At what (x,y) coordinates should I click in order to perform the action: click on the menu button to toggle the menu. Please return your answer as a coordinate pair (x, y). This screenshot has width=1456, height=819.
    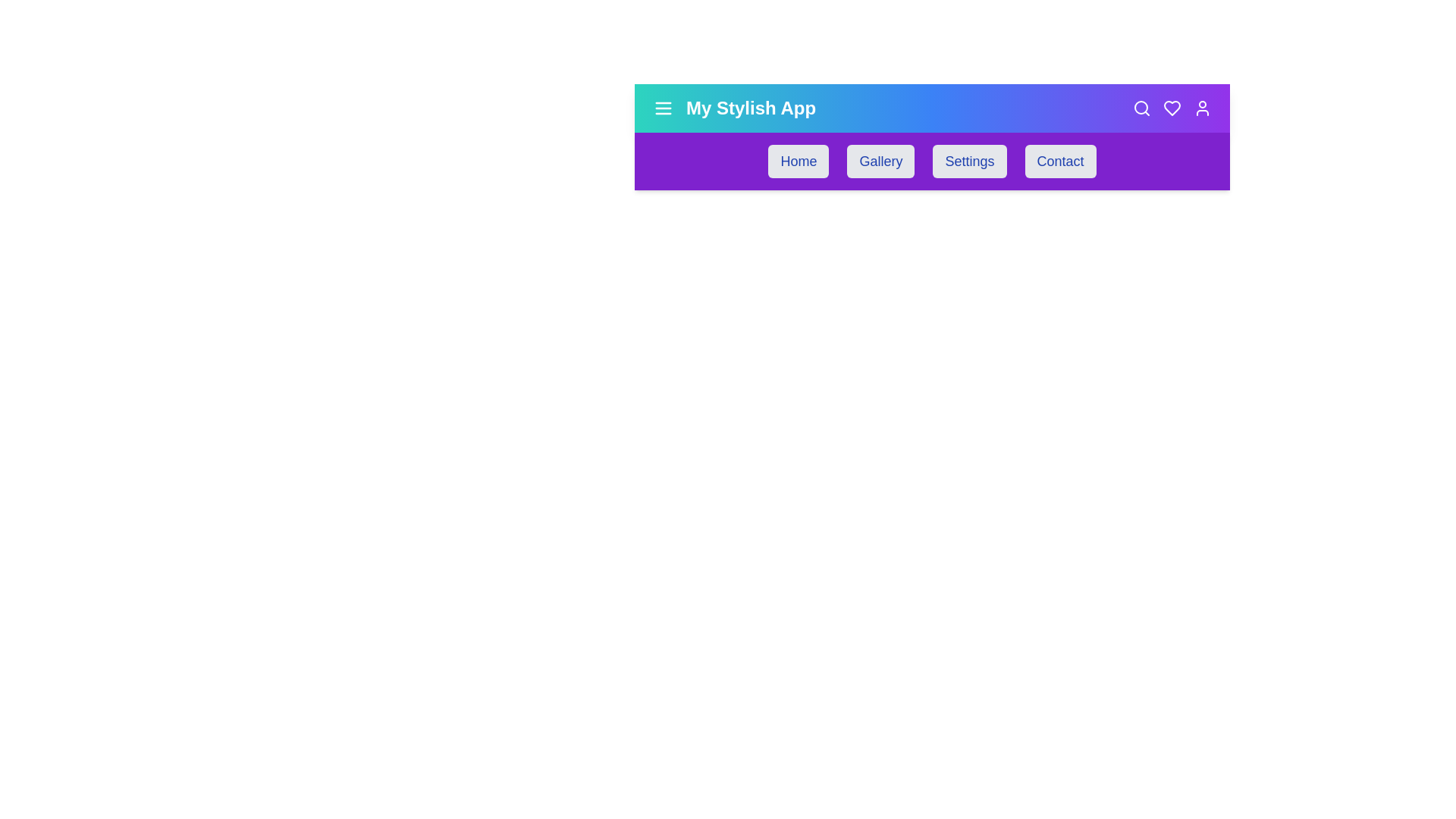
    Looking at the image, I should click on (663, 107).